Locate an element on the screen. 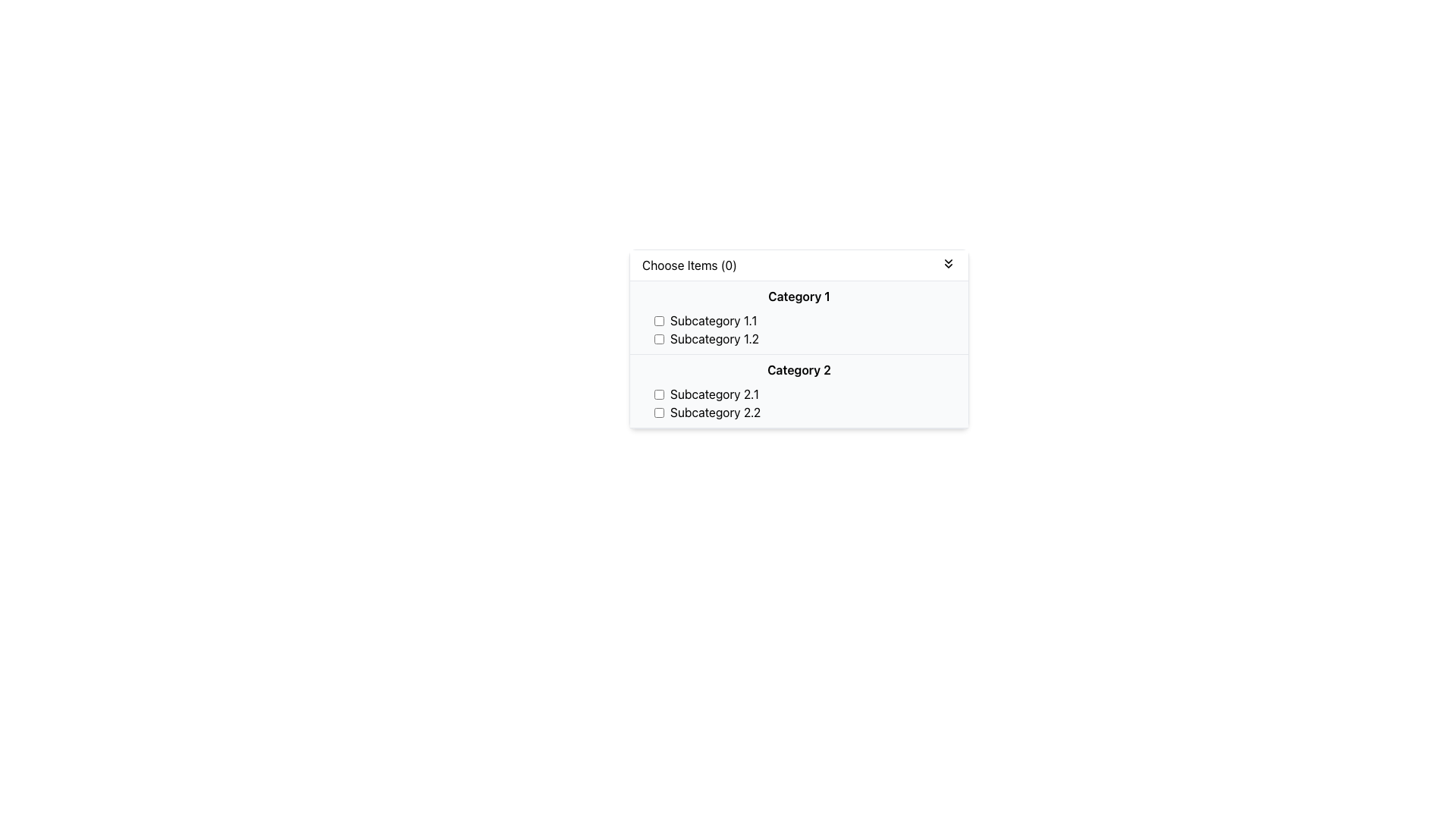  the 'Category 2' text label element, which is styled in bold black lettering and positioned within a dropdown menu interface, directly after 'Category 1' is located at coordinates (799, 370).